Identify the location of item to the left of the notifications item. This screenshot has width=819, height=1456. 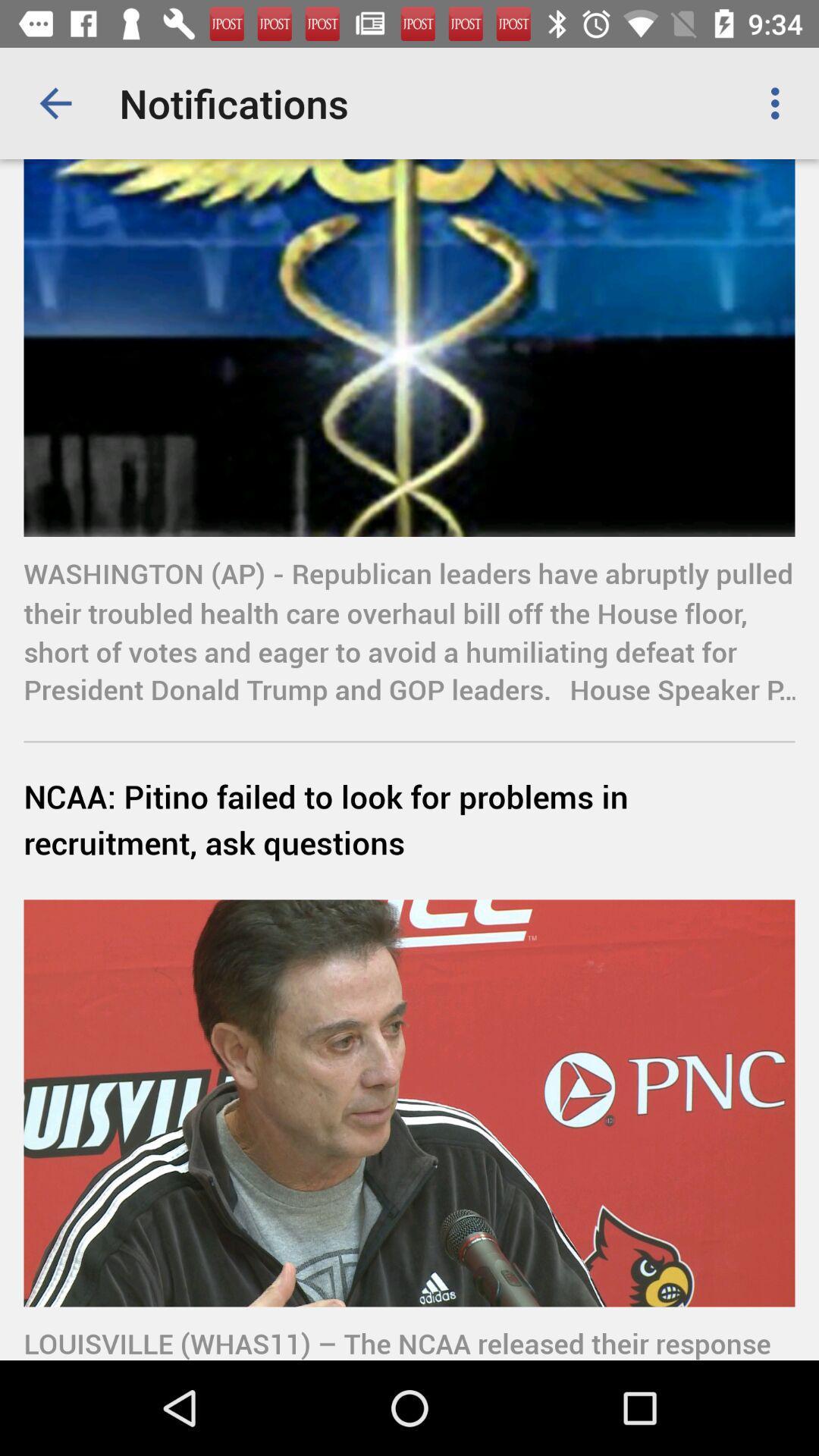
(55, 102).